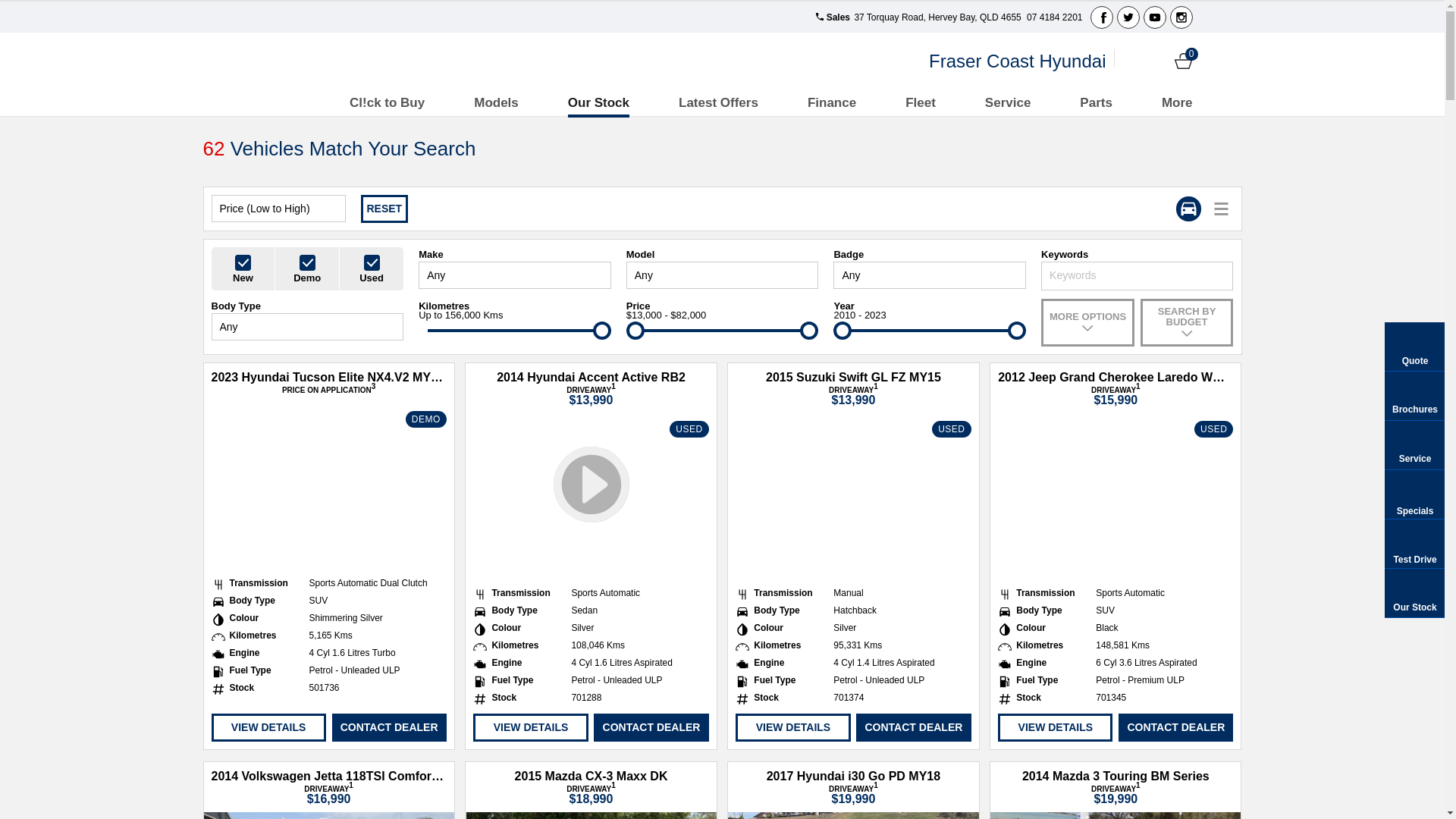 The image size is (1456, 819). Describe the element at coordinates (1056, 394) in the screenshot. I see `'DRIVEAWAY1` at that location.